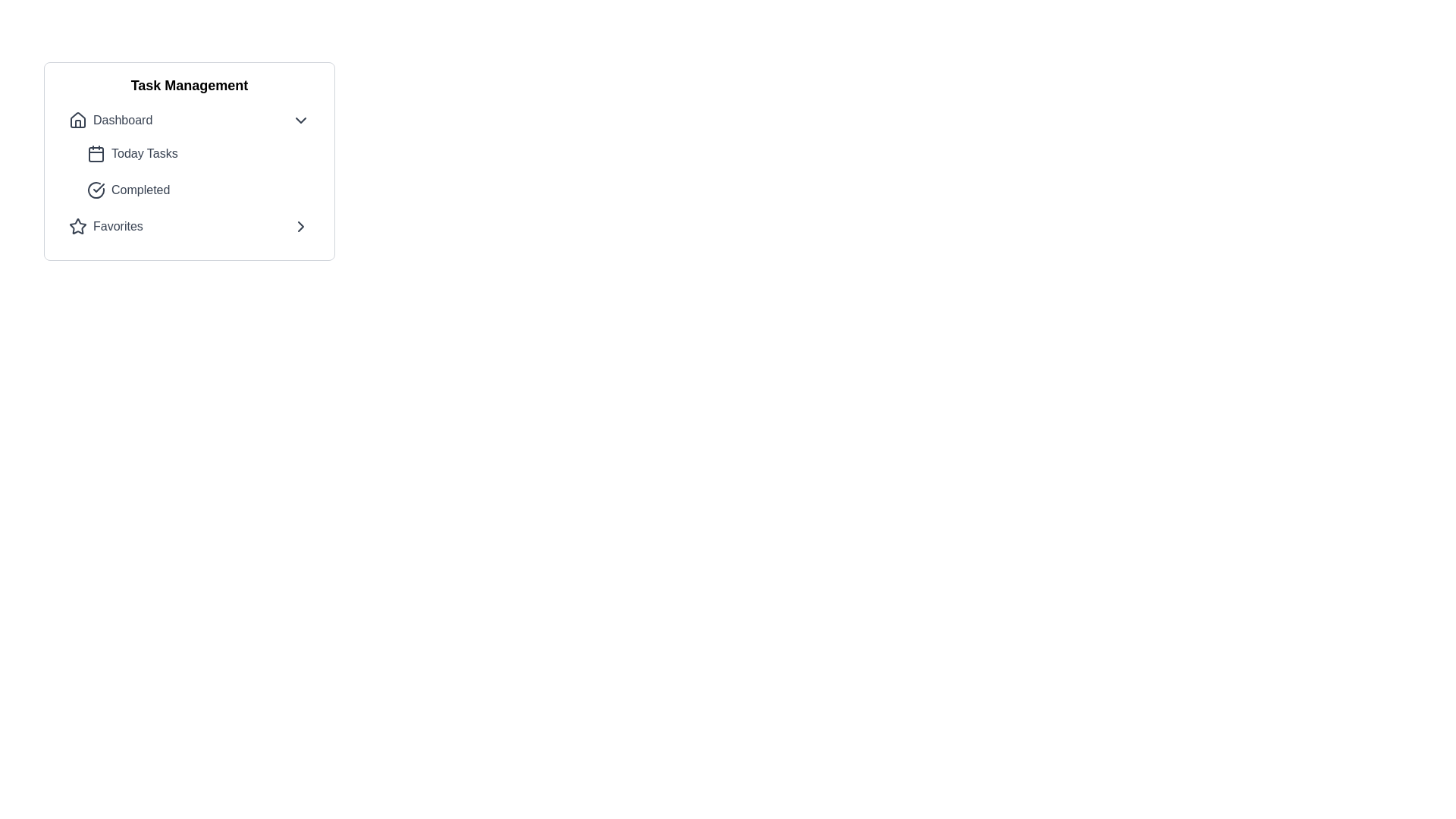  What do you see at coordinates (144, 154) in the screenshot?
I see `the text label that serves as a navigation item for tasks due today, positioned below the 'Dashboard' entry and above the 'Completed' entry, with a calendar icon to its left` at bounding box center [144, 154].